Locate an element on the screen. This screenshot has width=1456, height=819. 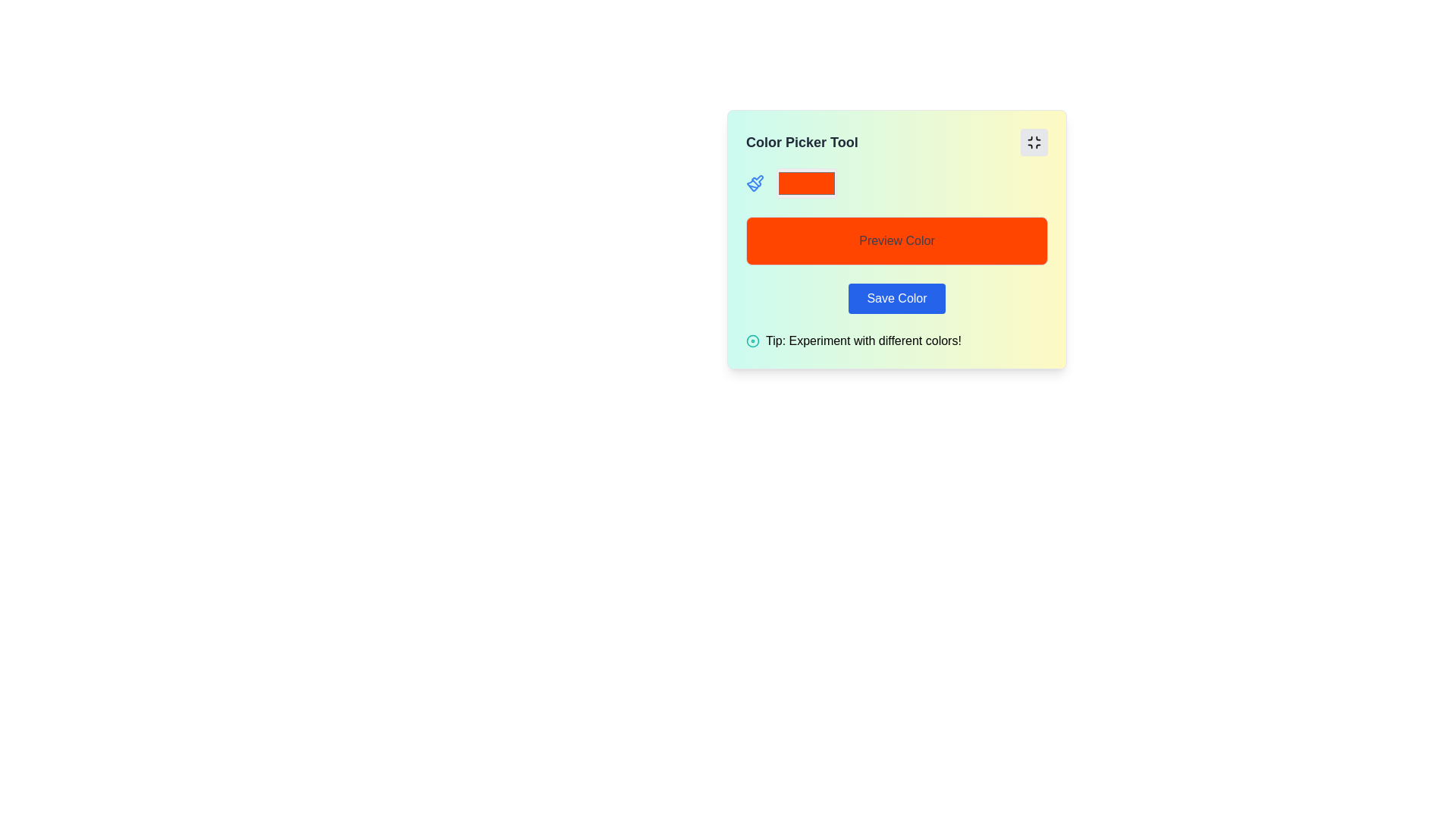
the paintbrush icon located as the first element on the left within the row of aligned components is located at coordinates (755, 183).